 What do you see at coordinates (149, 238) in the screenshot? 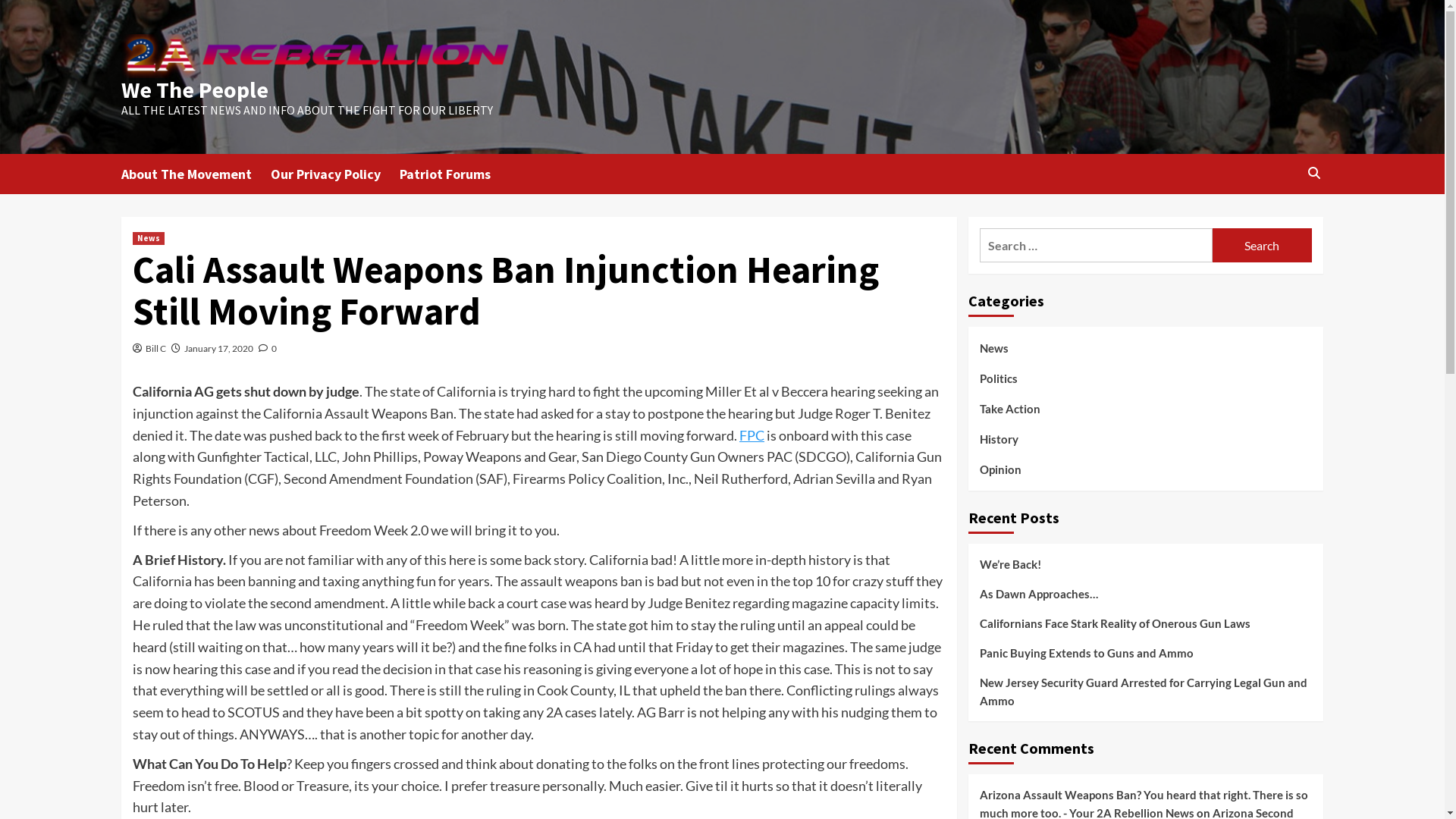
I see `'News'` at bounding box center [149, 238].